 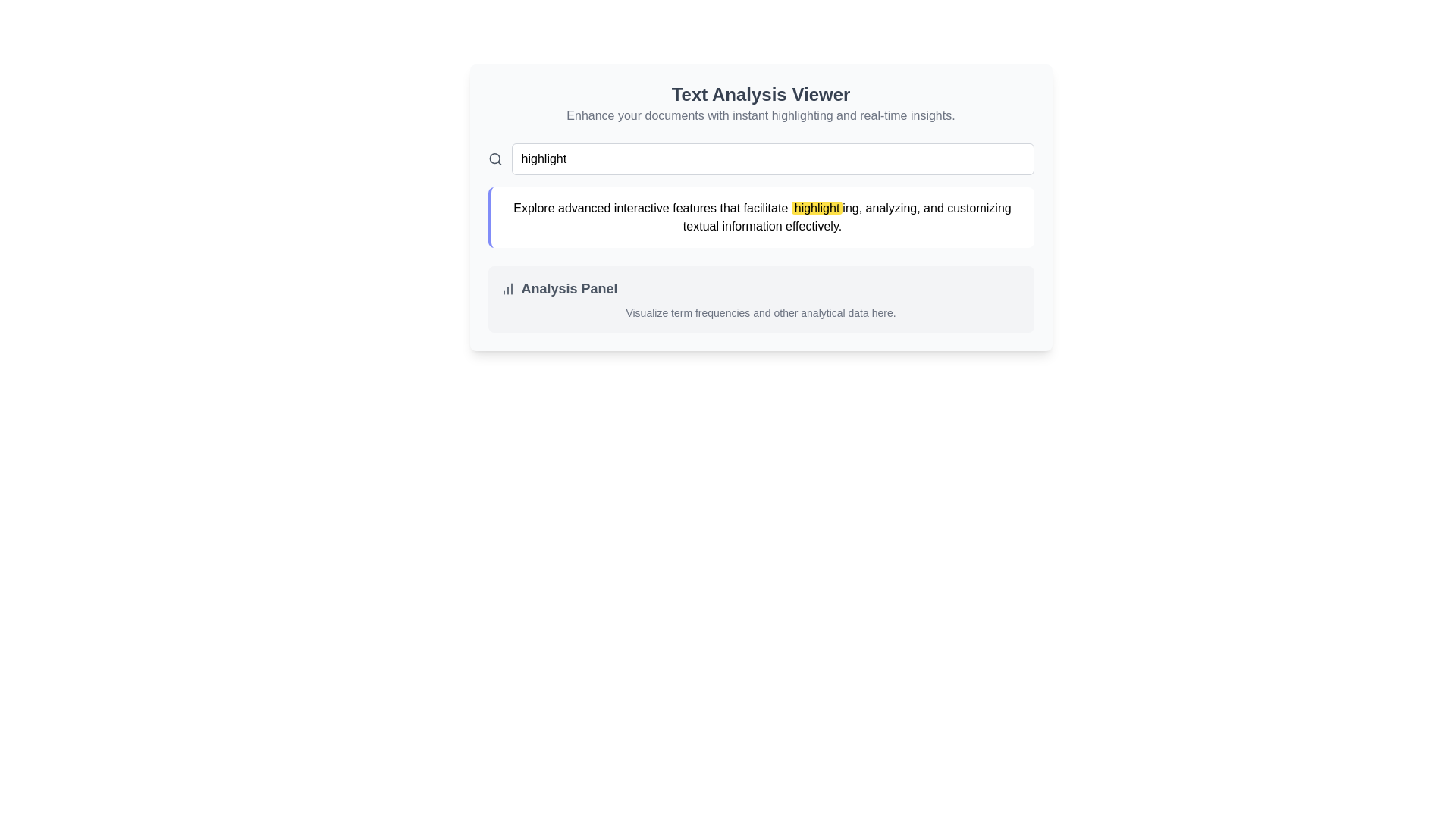 What do you see at coordinates (494, 158) in the screenshot?
I see `the search icon, which resembles a magnifying glass with a dark gray color` at bounding box center [494, 158].